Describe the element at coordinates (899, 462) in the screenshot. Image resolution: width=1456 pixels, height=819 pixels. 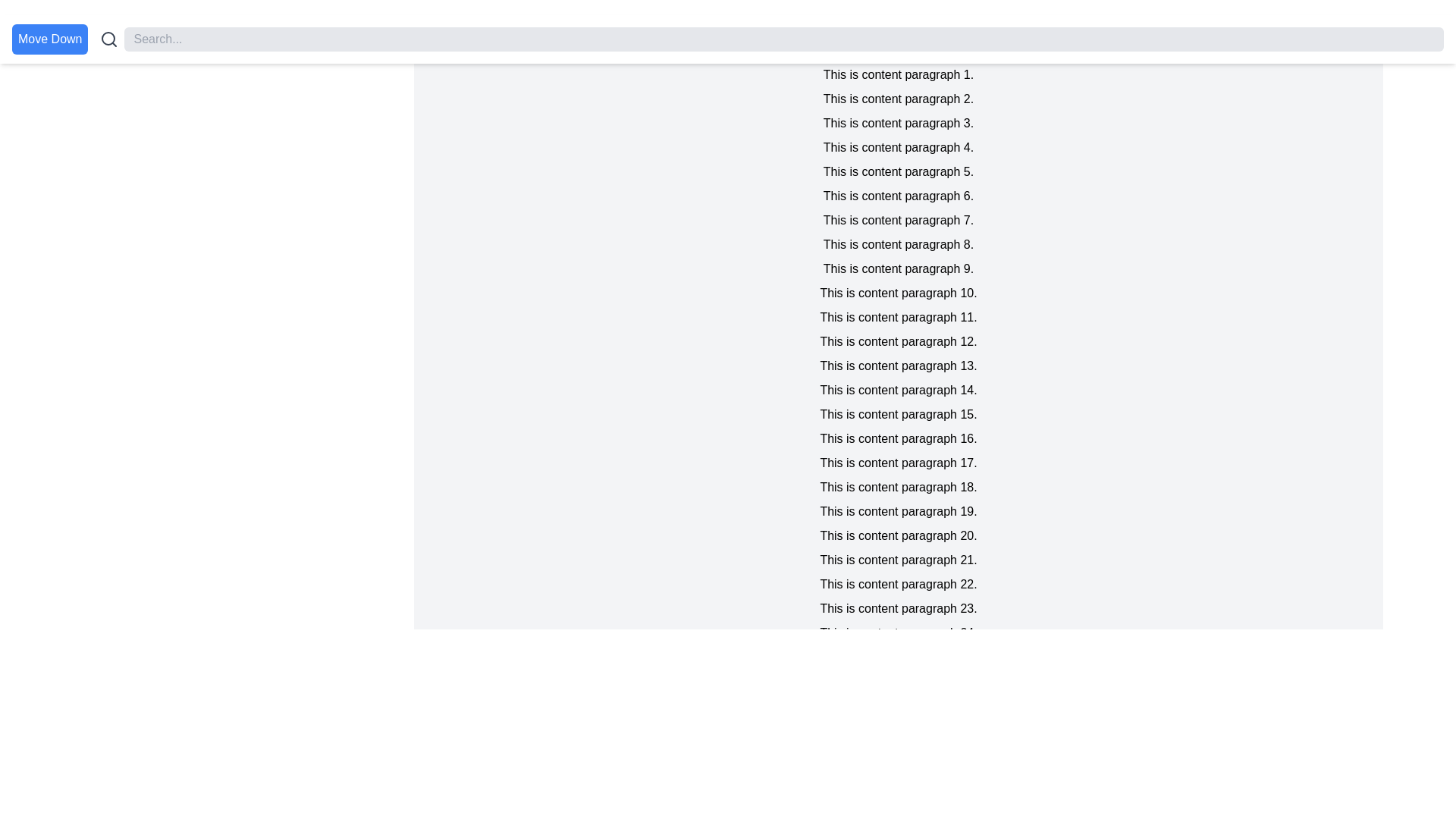
I see `the text element displaying 'This is content paragraph 17.' located in the vertical list of paragraphs` at that location.